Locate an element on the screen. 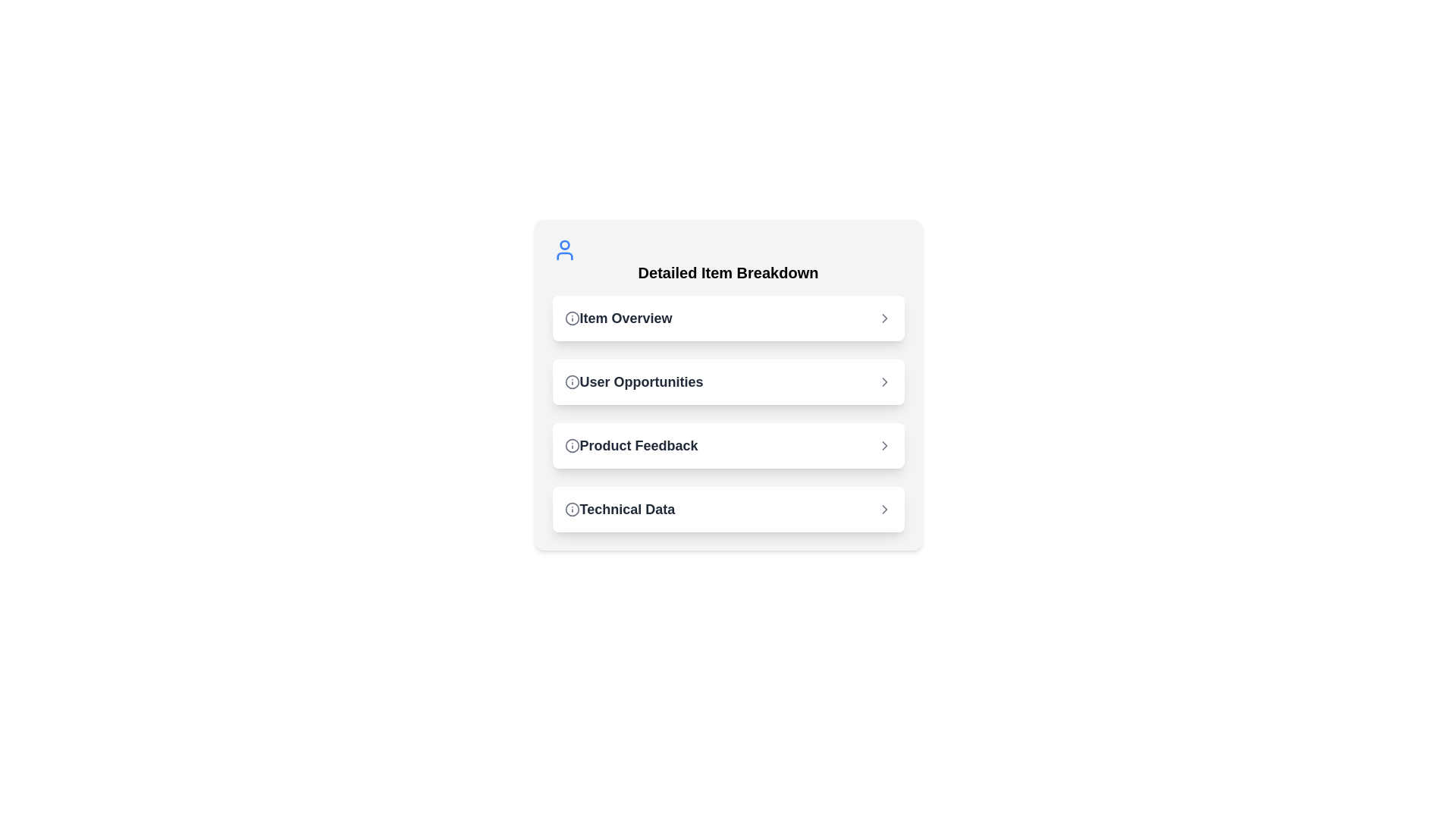  the right-facing chevron arrow icon in the 'User Opportunities' row, which is styled with a gray hue and located at the end of the row is located at coordinates (884, 381).